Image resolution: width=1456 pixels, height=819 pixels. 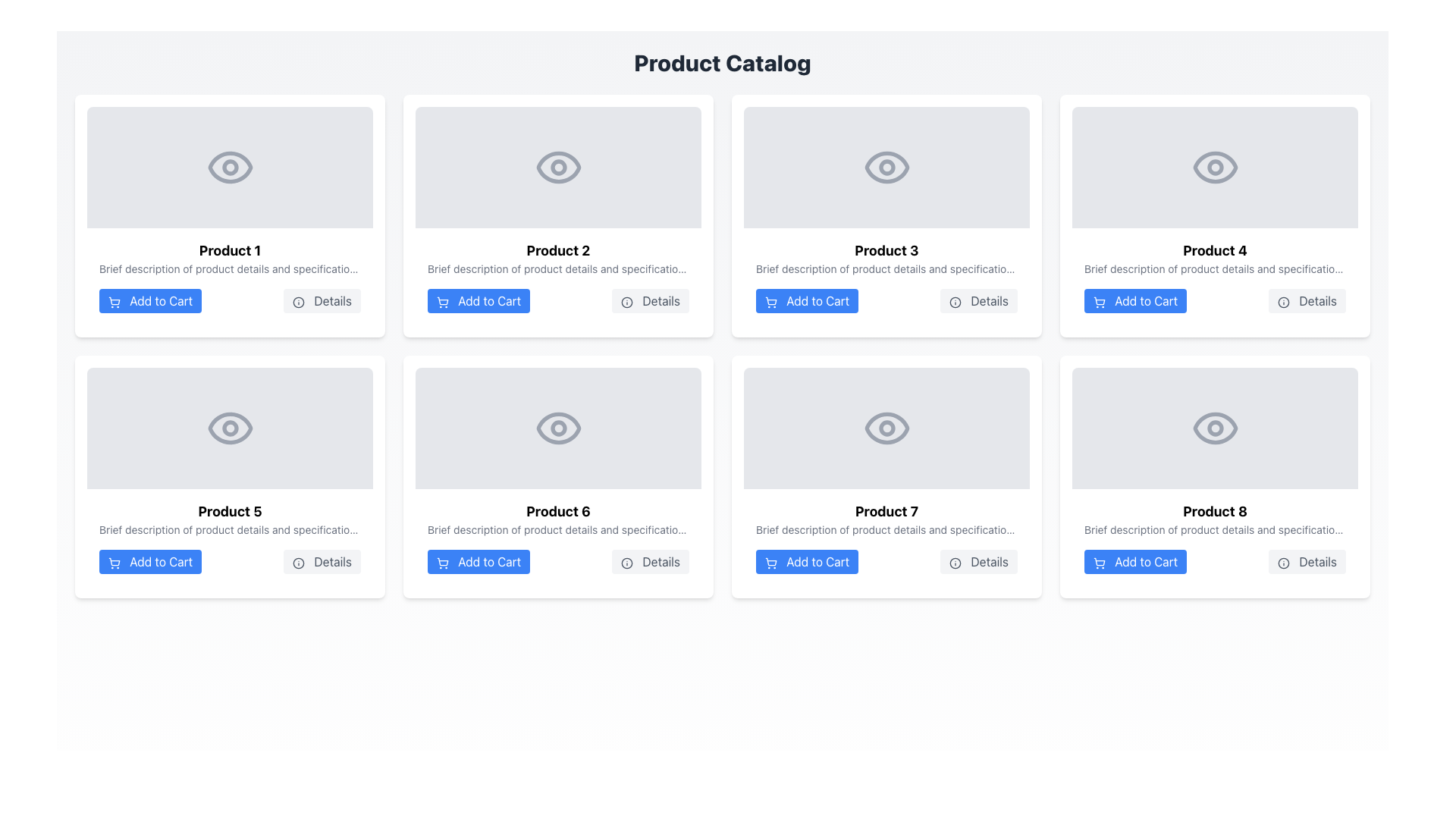 What do you see at coordinates (886, 167) in the screenshot?
I see `the decorative SVG shape within the eye icon located at the top-center of the third product card from the left in the product catalog grid layout, which indicates a 'view' or 'preview' feature for the product` at bounding box center [886, 167].